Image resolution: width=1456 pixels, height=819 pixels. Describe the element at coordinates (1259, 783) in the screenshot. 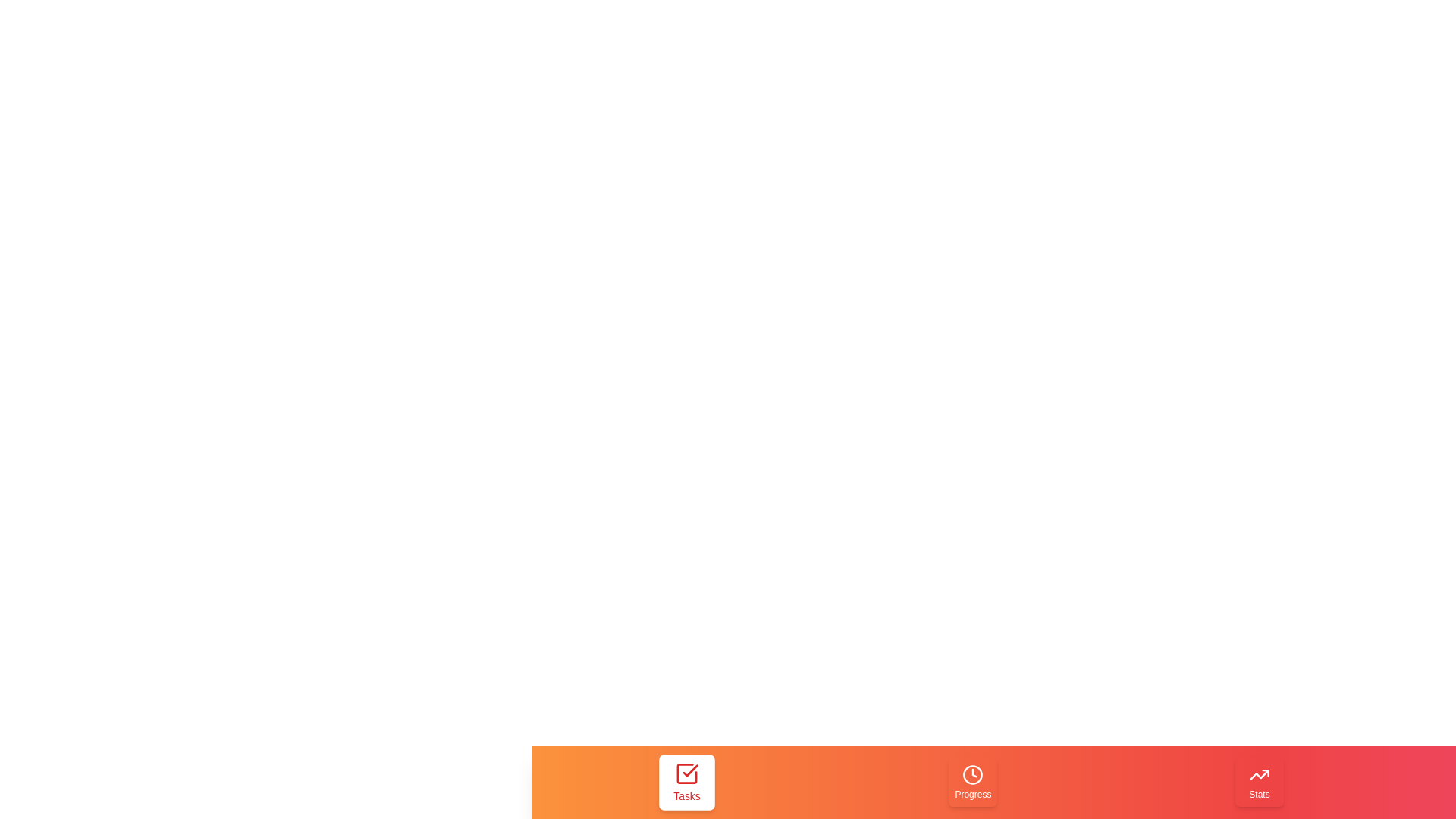

I see `the tab labeled Stats by clicking on it` at that location.